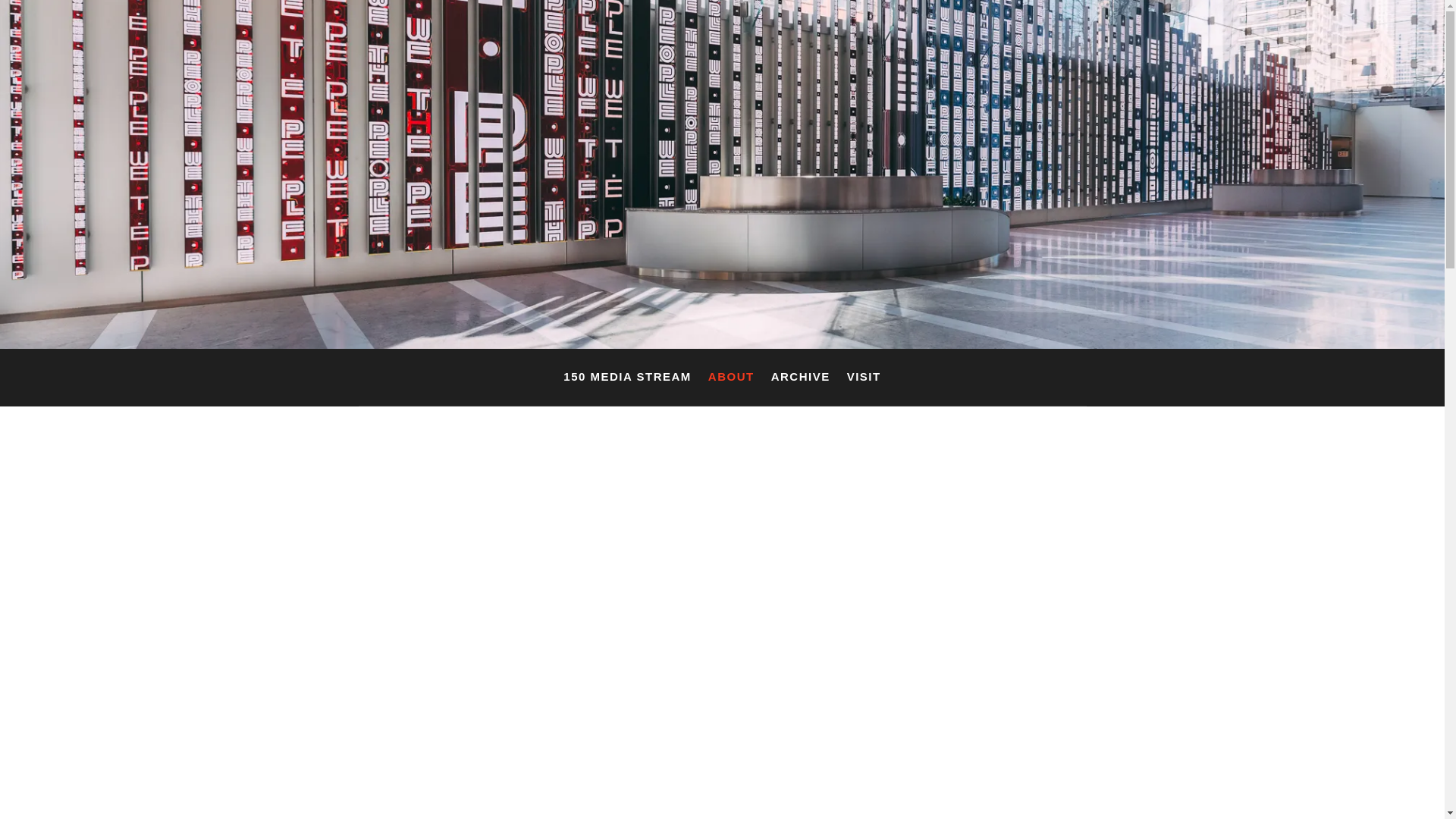  What do you see at coordinates (563, 379) in the screenshot?
I see `'150 MEDIA STREAM'` at bounding box center [563, 379].